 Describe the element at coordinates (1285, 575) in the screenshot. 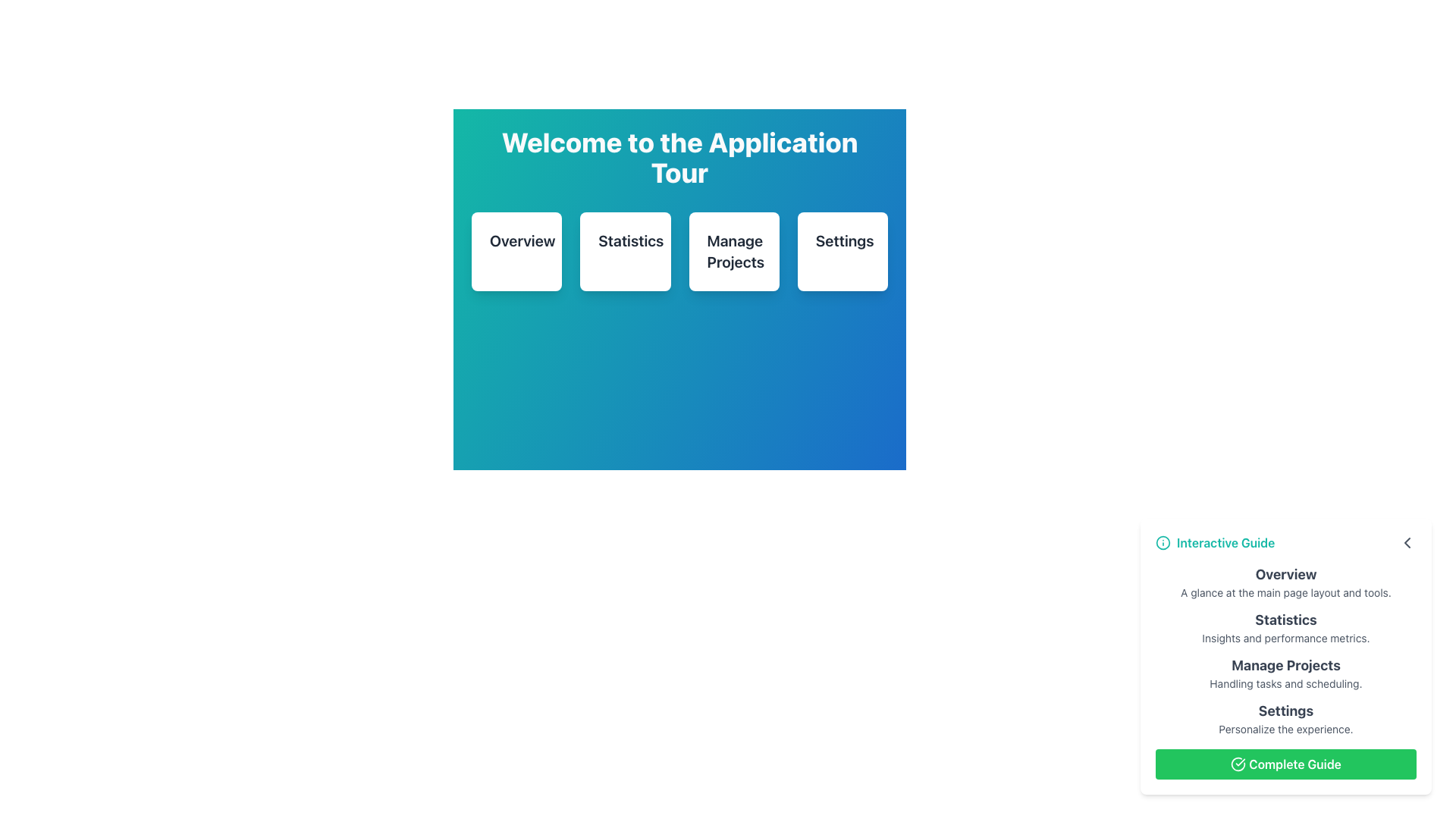

I see `the section header Text label that introduces the content or functionality described in the subsequent text` at that location.